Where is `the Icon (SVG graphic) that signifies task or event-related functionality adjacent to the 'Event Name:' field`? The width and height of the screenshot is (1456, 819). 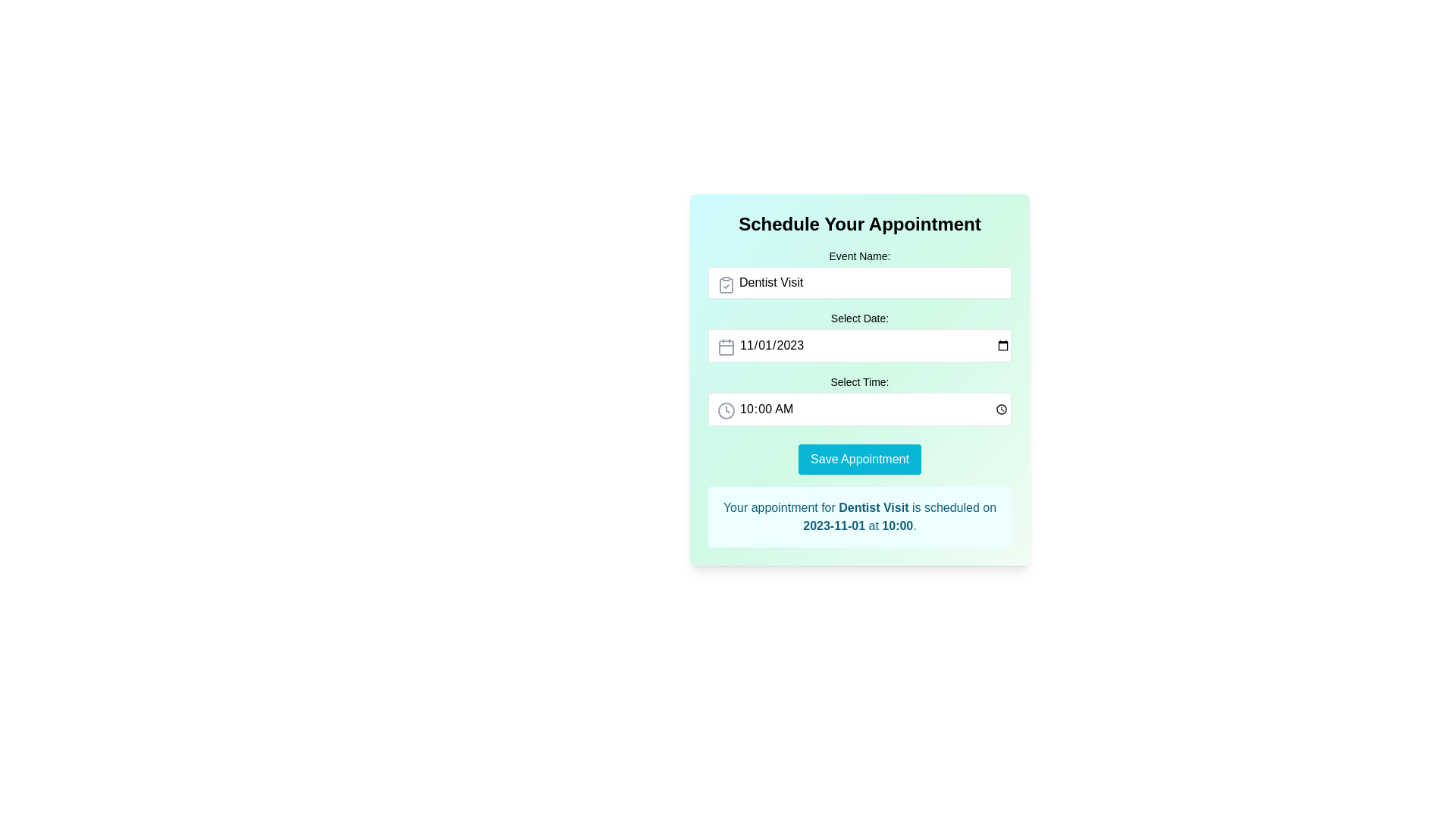 the Icon (SVG graphic) that signifies task or event-related functionality adjacent to the 'Event Name:' field is located at coordinates (726, 284).